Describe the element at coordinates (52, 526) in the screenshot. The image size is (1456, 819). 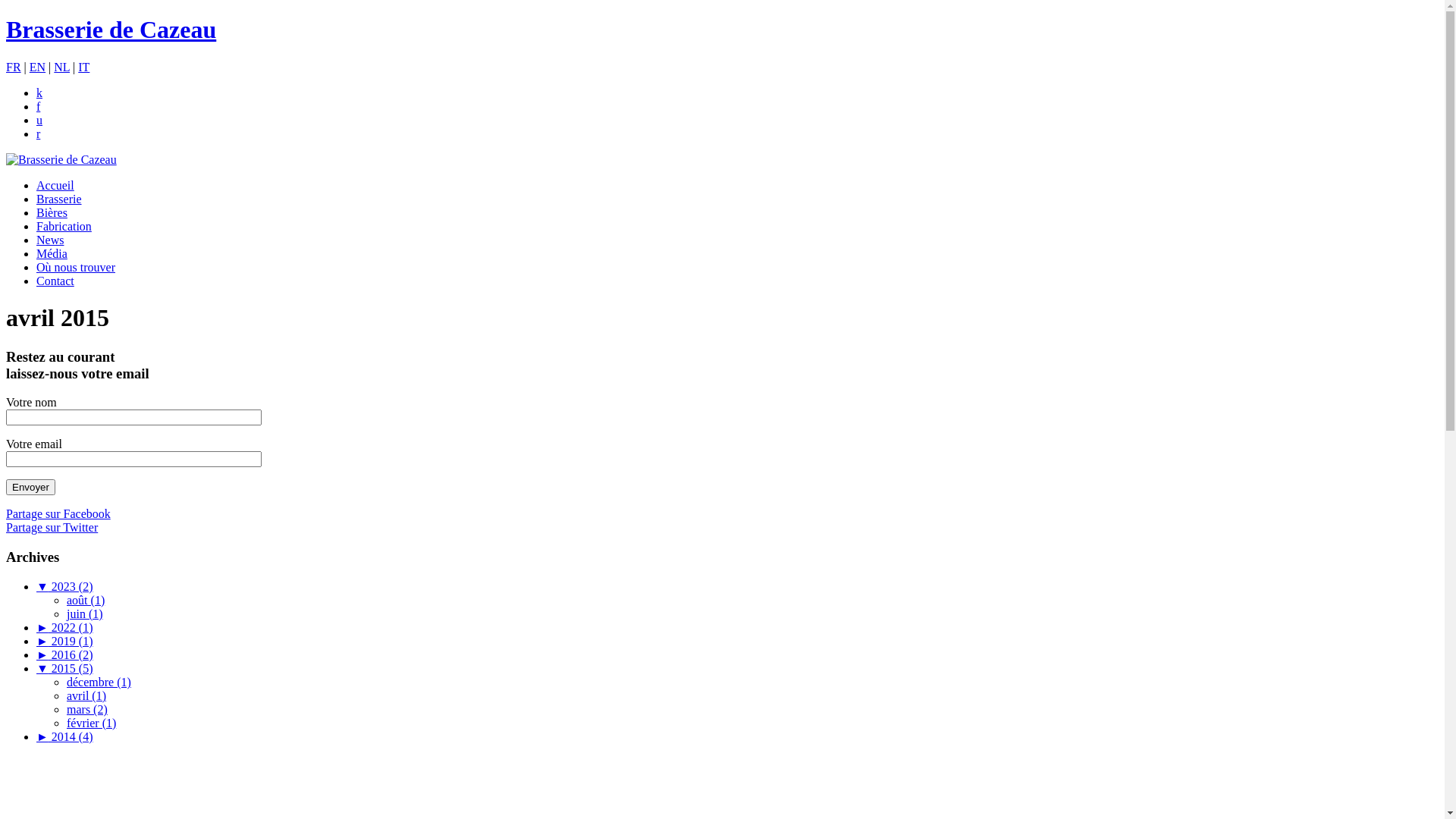
I see `'Partage sur Twitter'` at that location.